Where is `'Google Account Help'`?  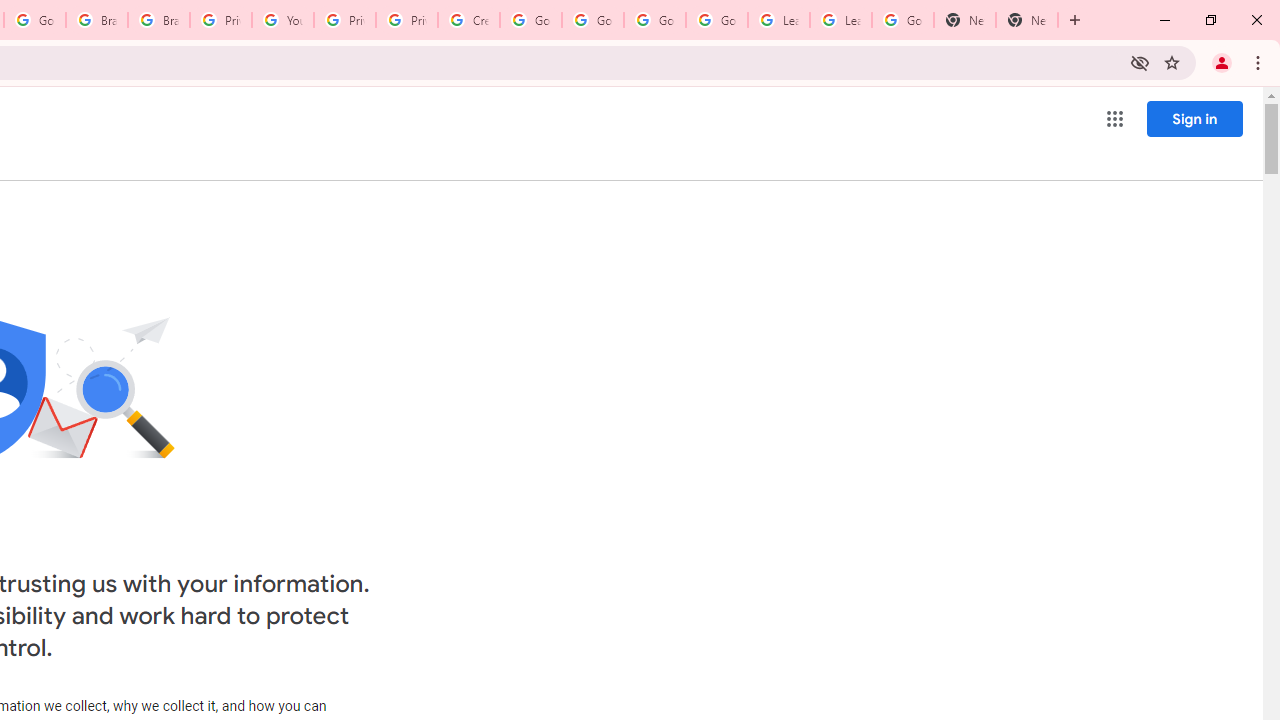 'Google Account Help' is located at coordinates (531, 20).